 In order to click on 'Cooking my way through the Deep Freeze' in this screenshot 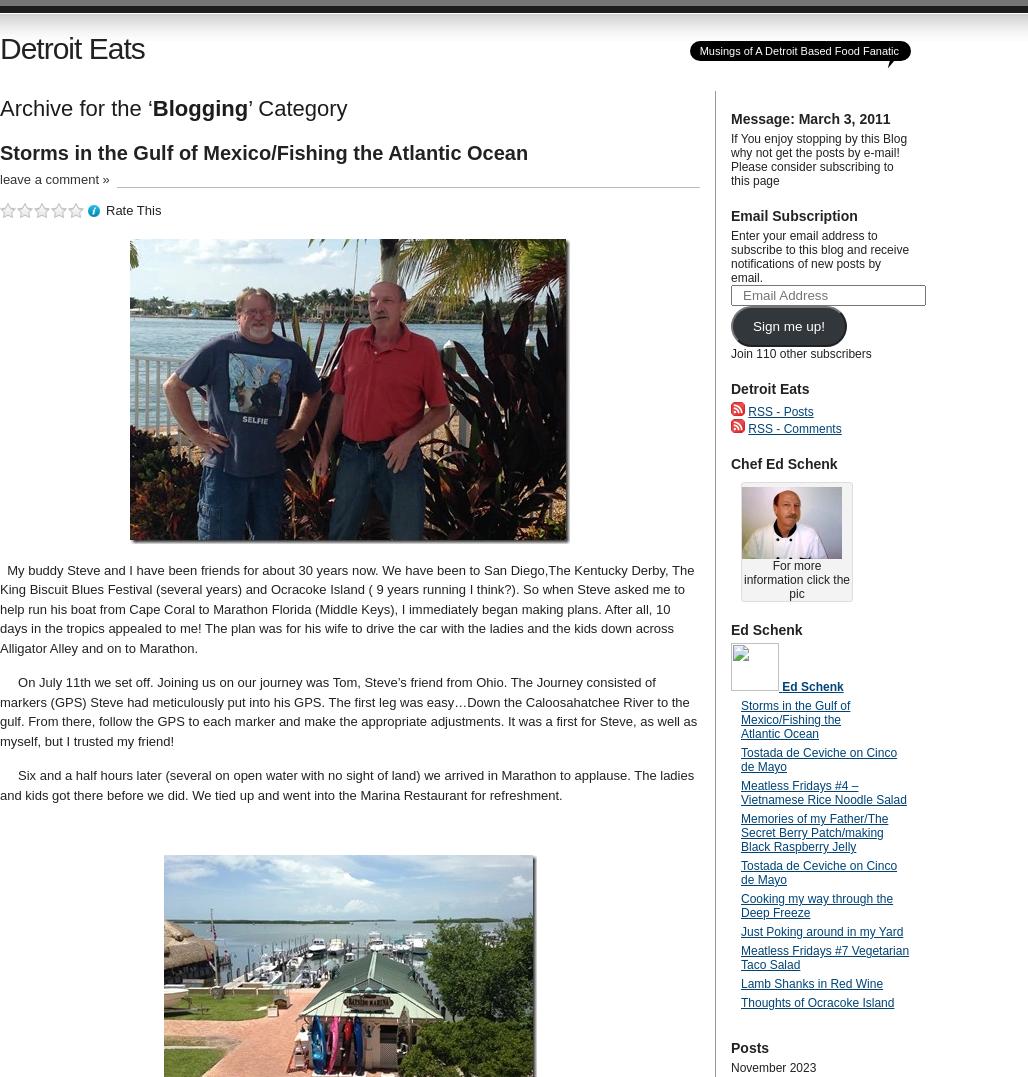, I will do `click(816, 905)`.